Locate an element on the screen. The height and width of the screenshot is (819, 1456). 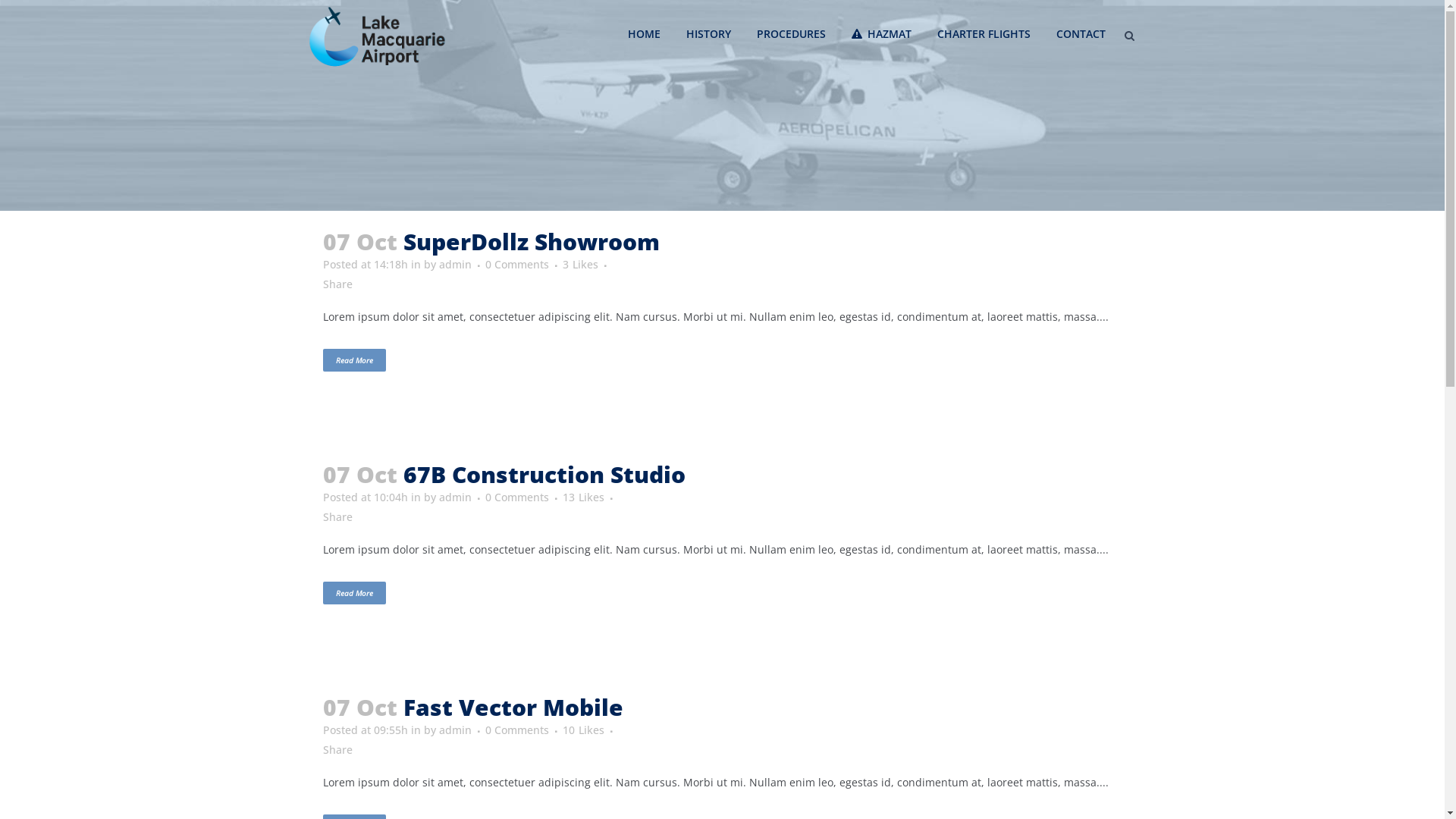
'Share' is located at coordinates (337, 516).